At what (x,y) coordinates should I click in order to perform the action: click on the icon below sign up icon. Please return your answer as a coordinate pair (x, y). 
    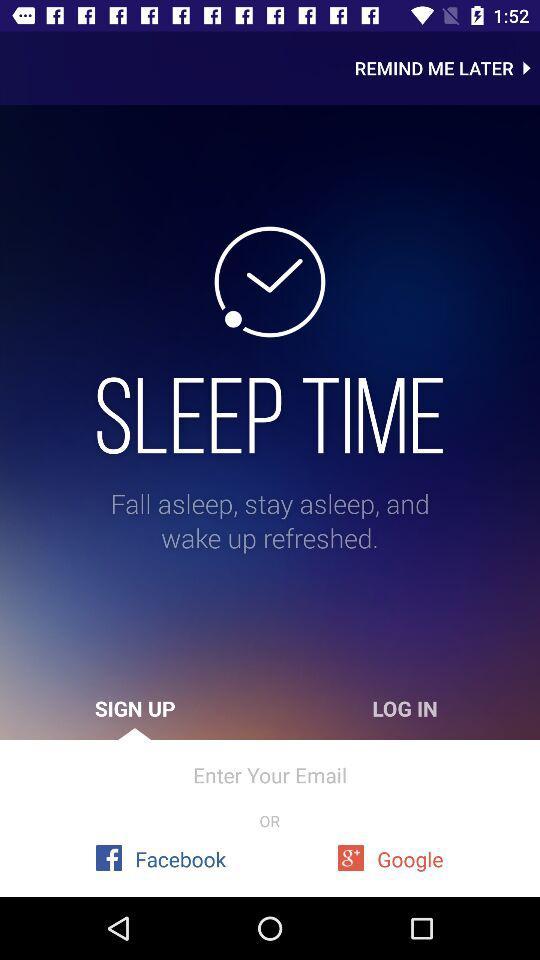
    Looking at the image, I should click on (270, 774).